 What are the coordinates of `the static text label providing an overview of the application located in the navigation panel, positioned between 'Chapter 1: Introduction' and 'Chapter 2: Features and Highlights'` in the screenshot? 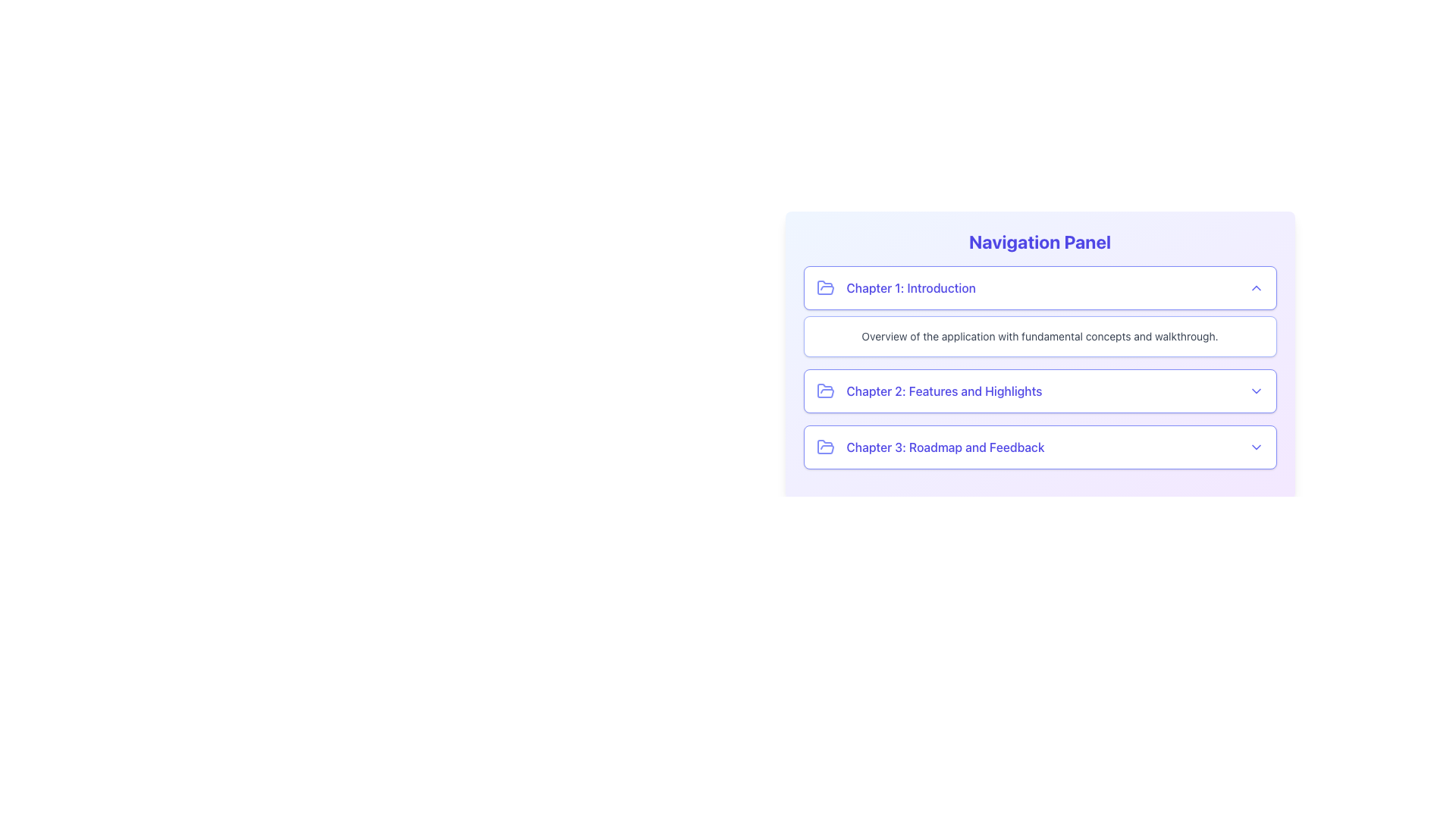 It's located at (1039, 335).